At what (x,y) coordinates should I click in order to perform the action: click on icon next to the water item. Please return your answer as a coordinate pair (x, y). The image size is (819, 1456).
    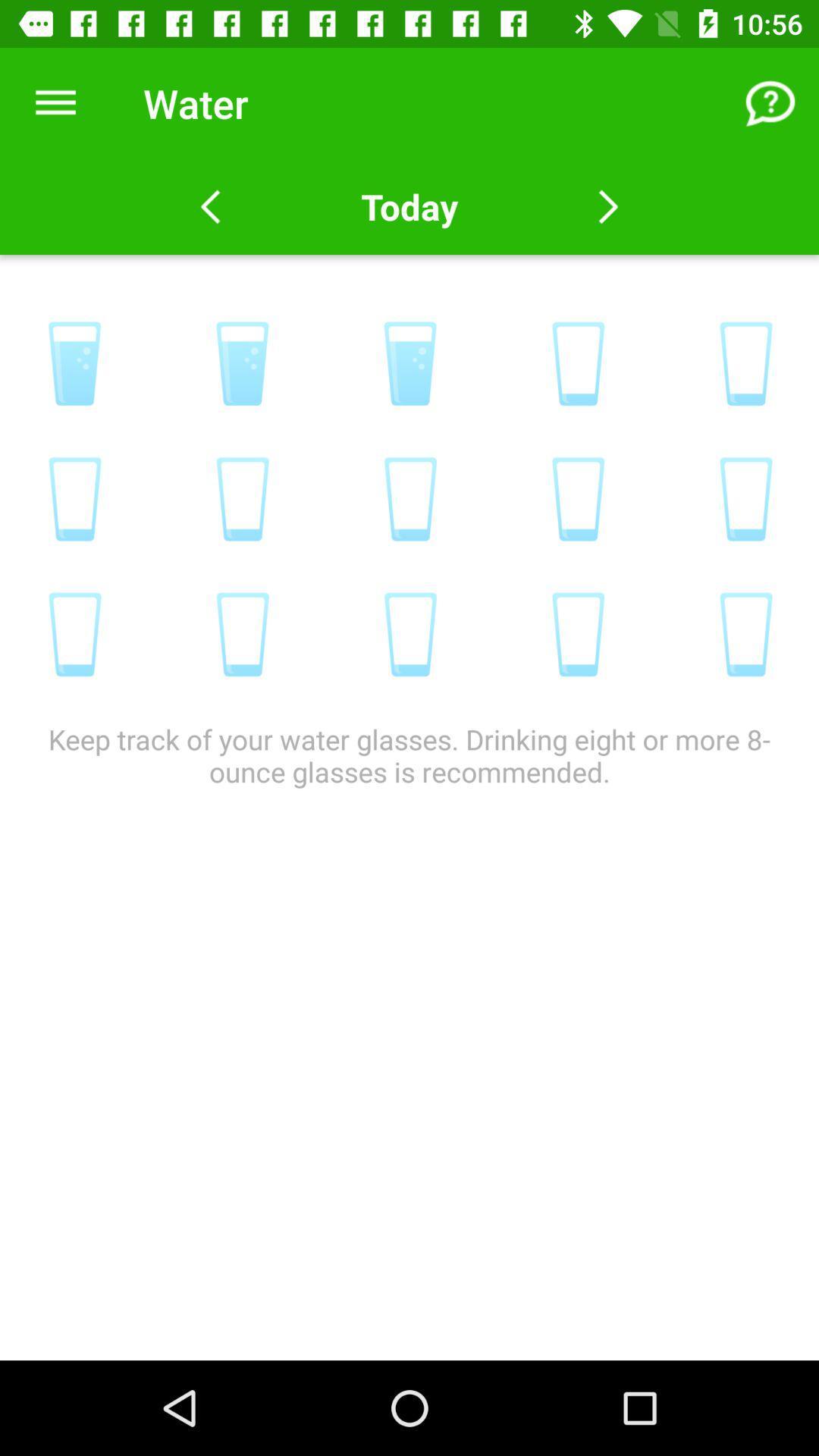
    Looking at the image, I should click on (55, 102).